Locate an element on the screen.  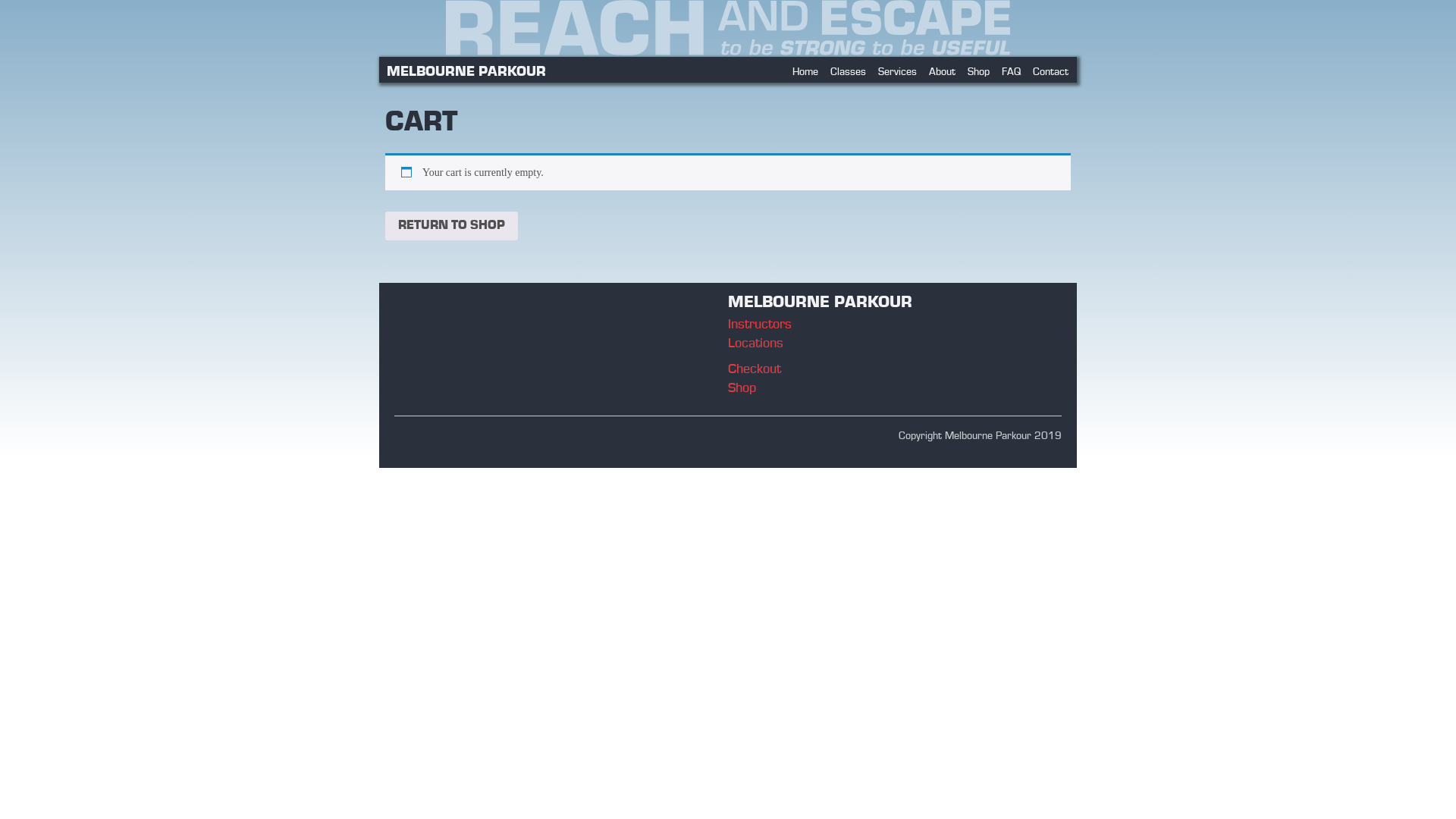
'Locations' is located at coordinates (755, 344).